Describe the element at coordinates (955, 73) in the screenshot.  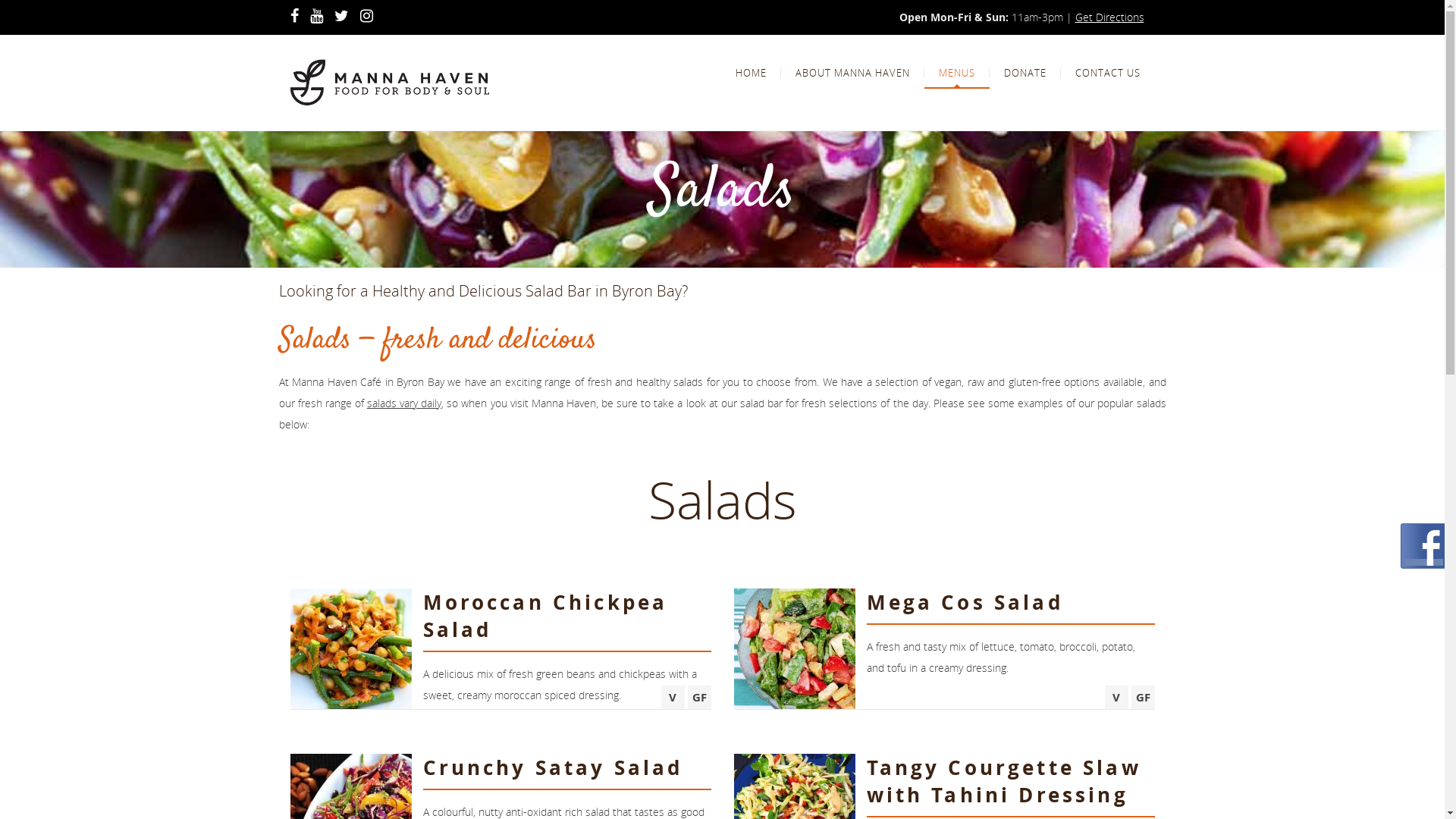
I see `'MENUS'` at that location.